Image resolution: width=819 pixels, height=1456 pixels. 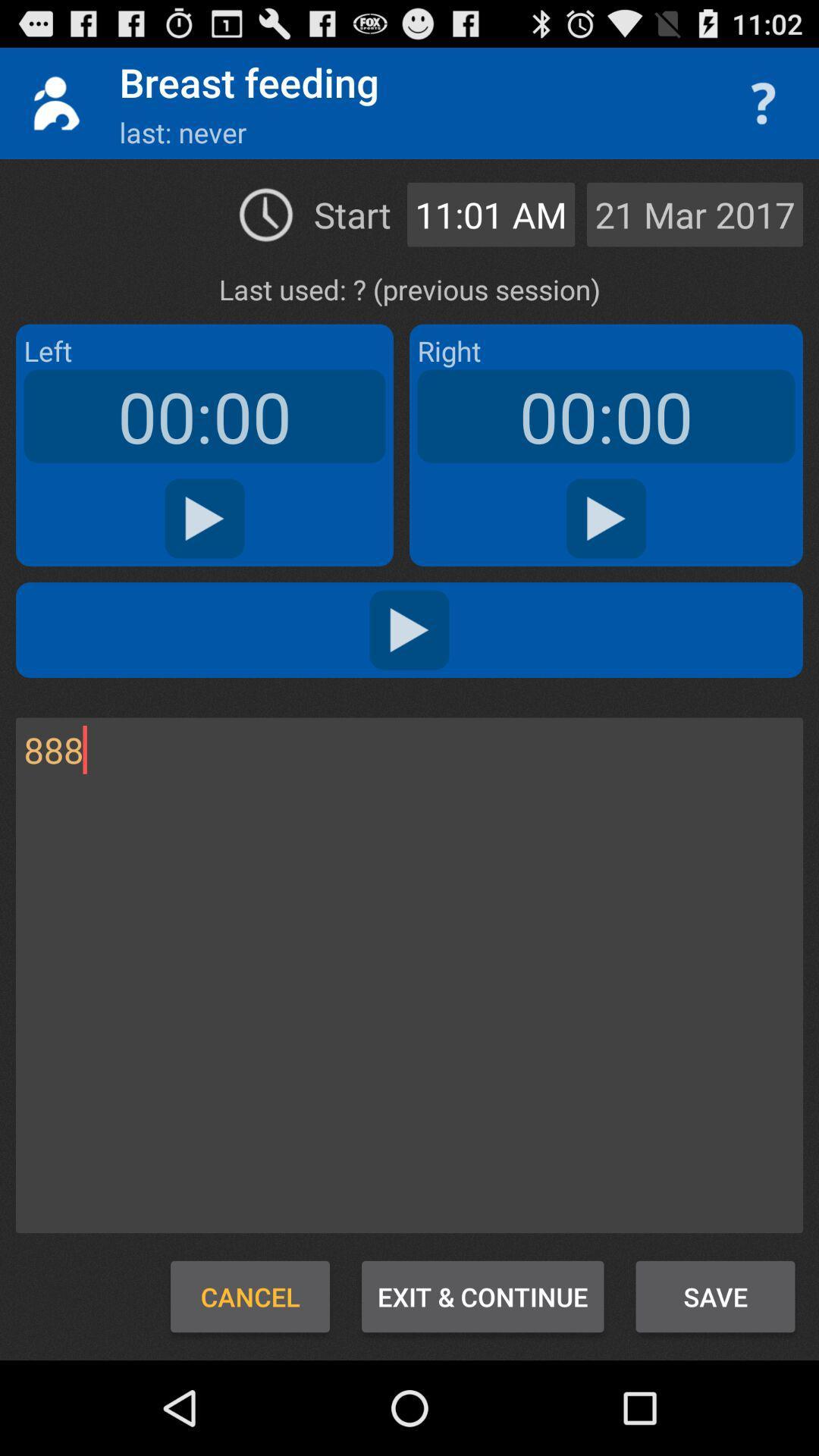 What do you see at coordinates (205, 554) in the screenshot?
I see `the play icon` at bounding box center [205, 554].